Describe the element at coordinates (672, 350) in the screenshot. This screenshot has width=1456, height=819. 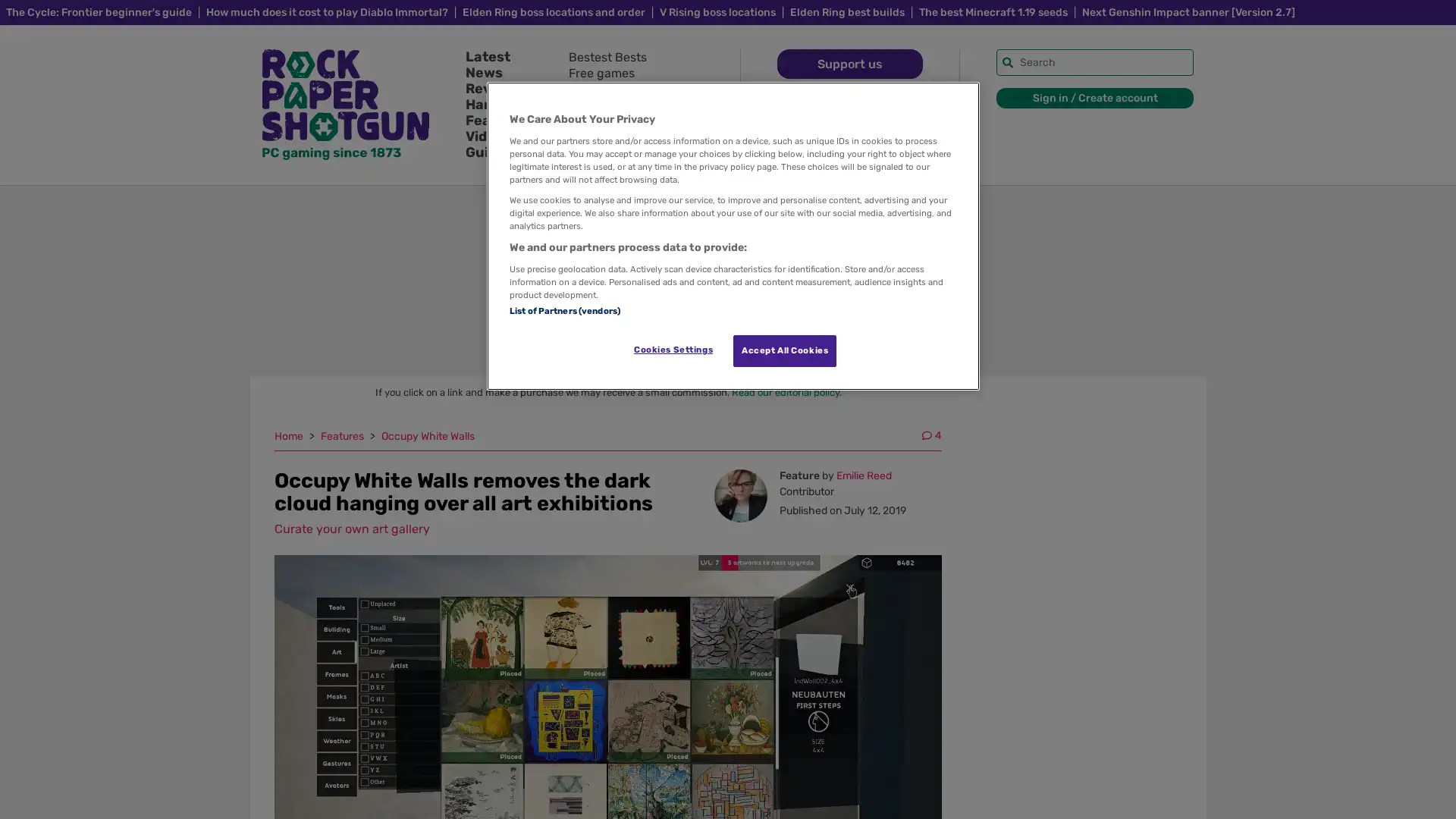
I see `Cookies Settings` at that location.